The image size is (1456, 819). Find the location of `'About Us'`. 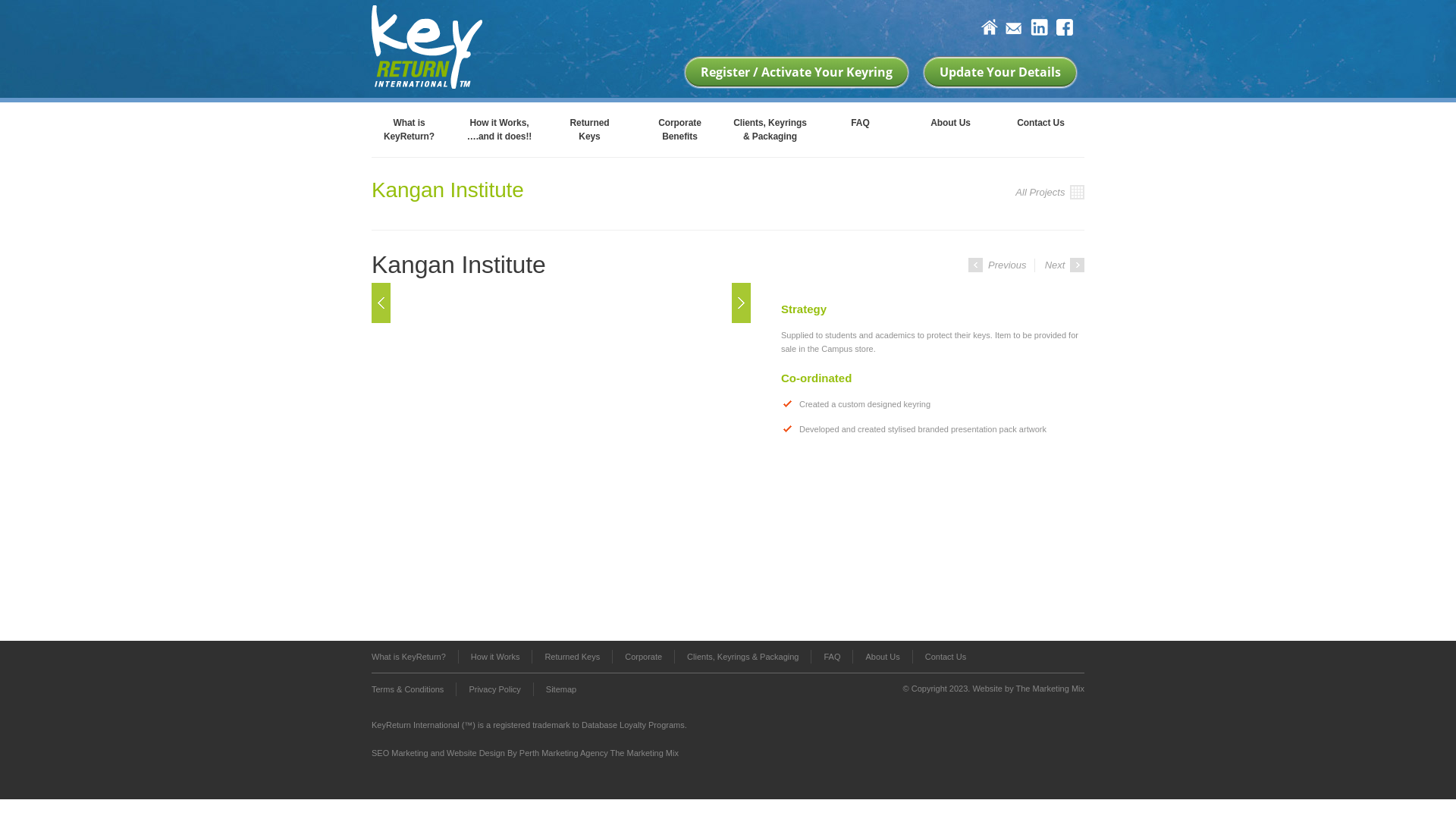

'About Us' is located at coordinates (852, 656).